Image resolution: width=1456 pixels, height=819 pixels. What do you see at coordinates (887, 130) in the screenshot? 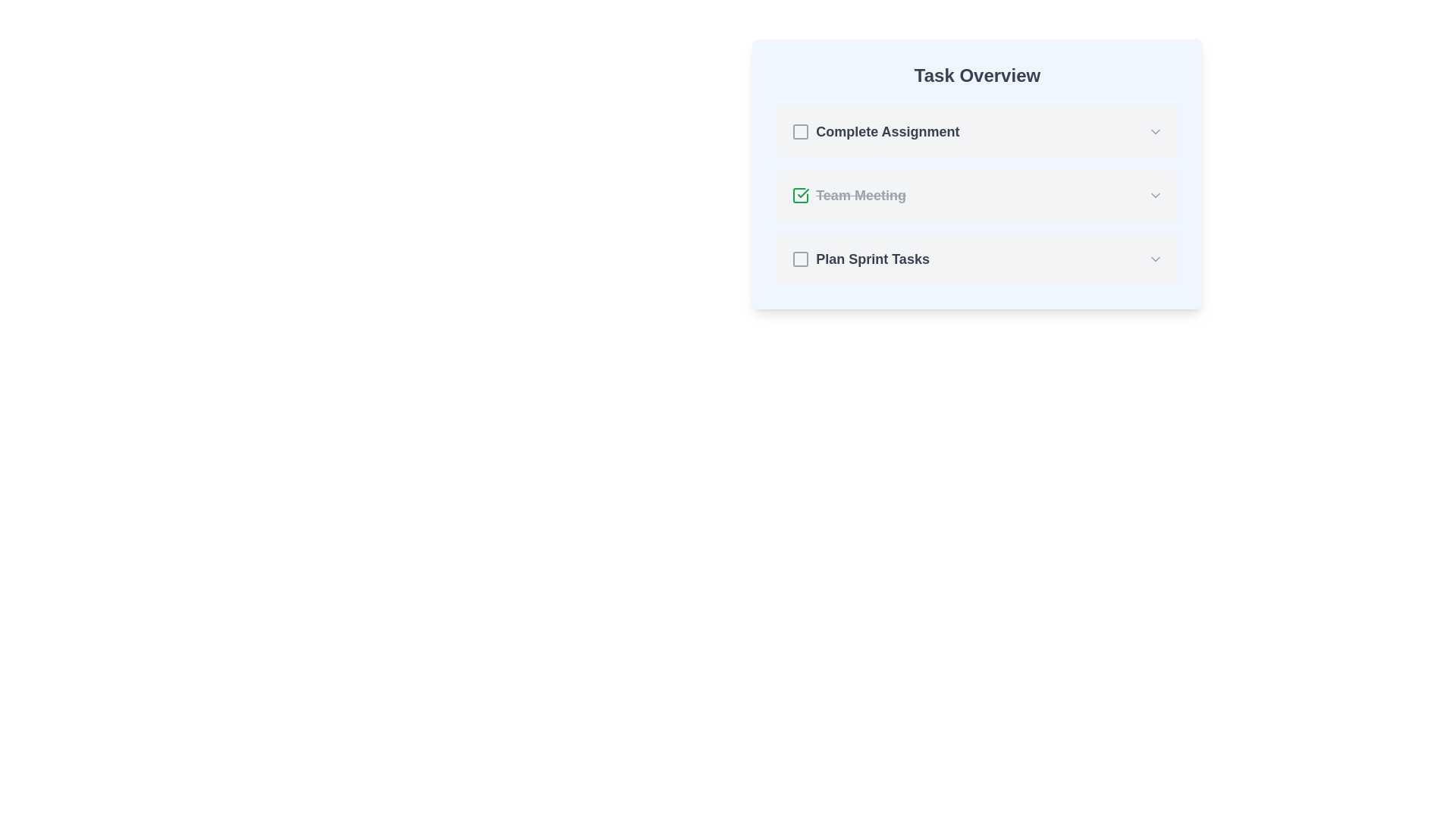
I see `the text label that identifies the task titled 'Complete Assignment', which is positioned to the right of a checkbox icon in the 'Task Overview' section` at bounding box center [887, 130].